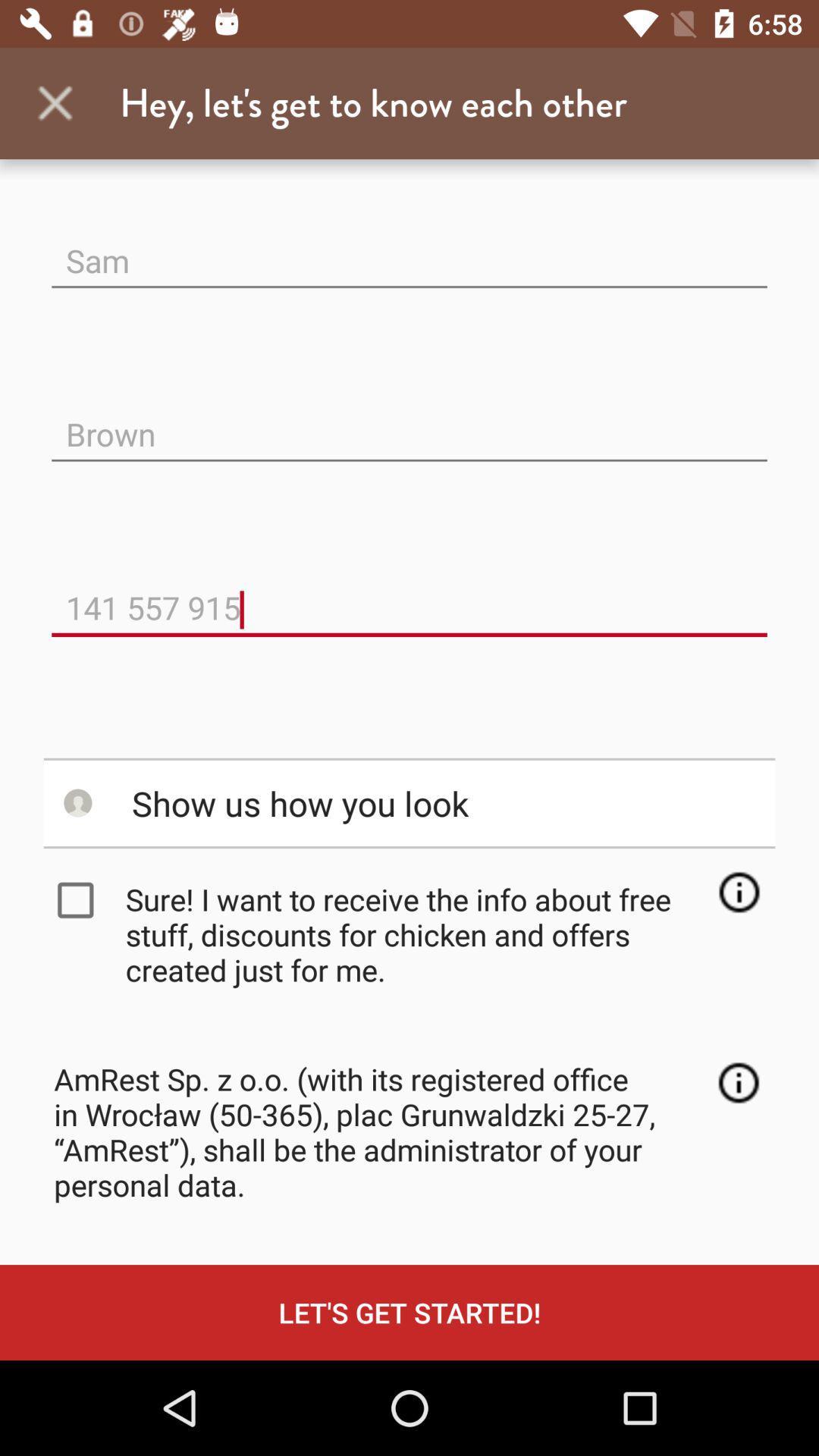 The width and height of the screenshot is (819, 1456). I want to click on instruction, so click(738, 892).